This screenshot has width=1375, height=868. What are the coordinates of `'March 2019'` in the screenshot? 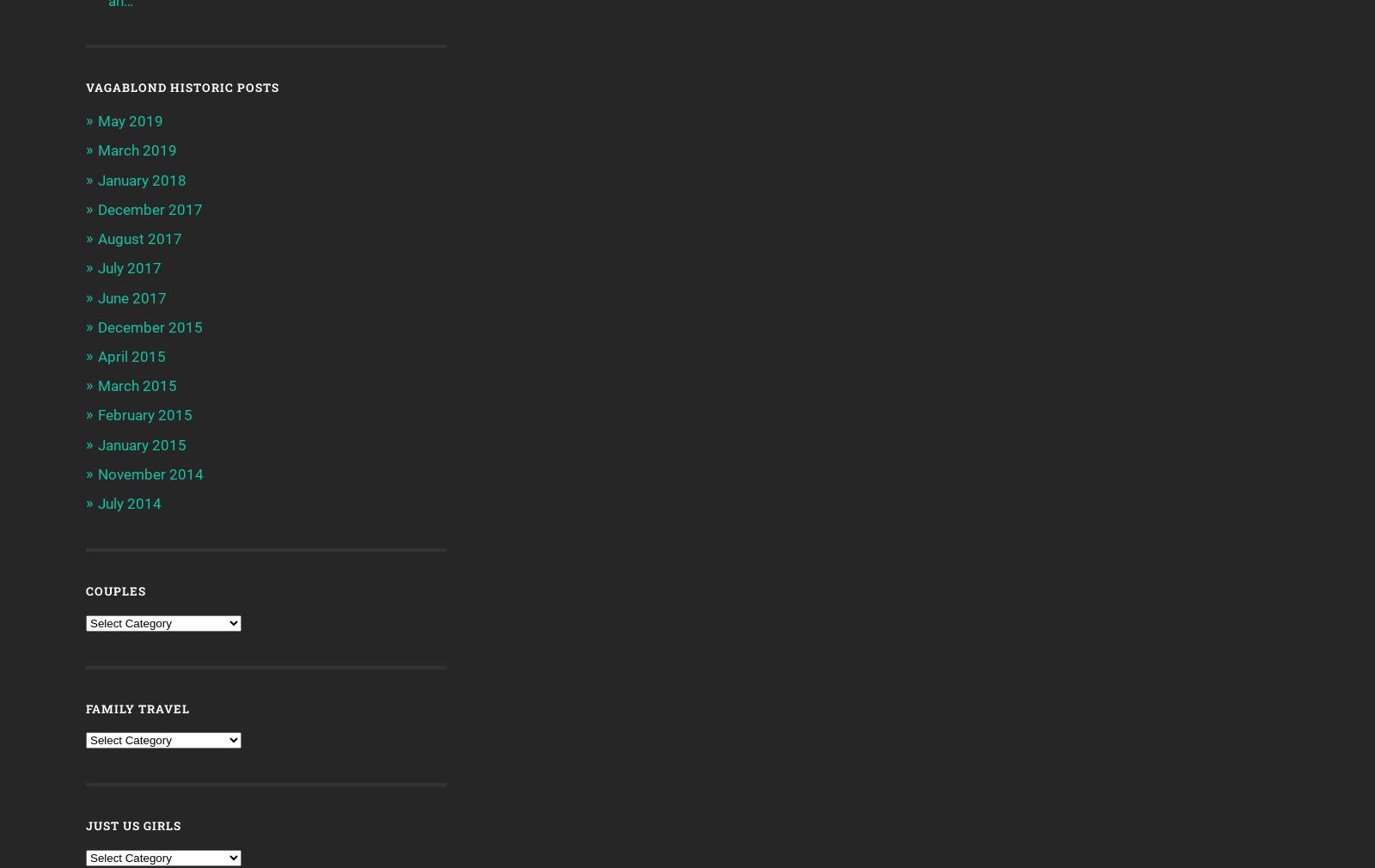 It's located at (137, 150).